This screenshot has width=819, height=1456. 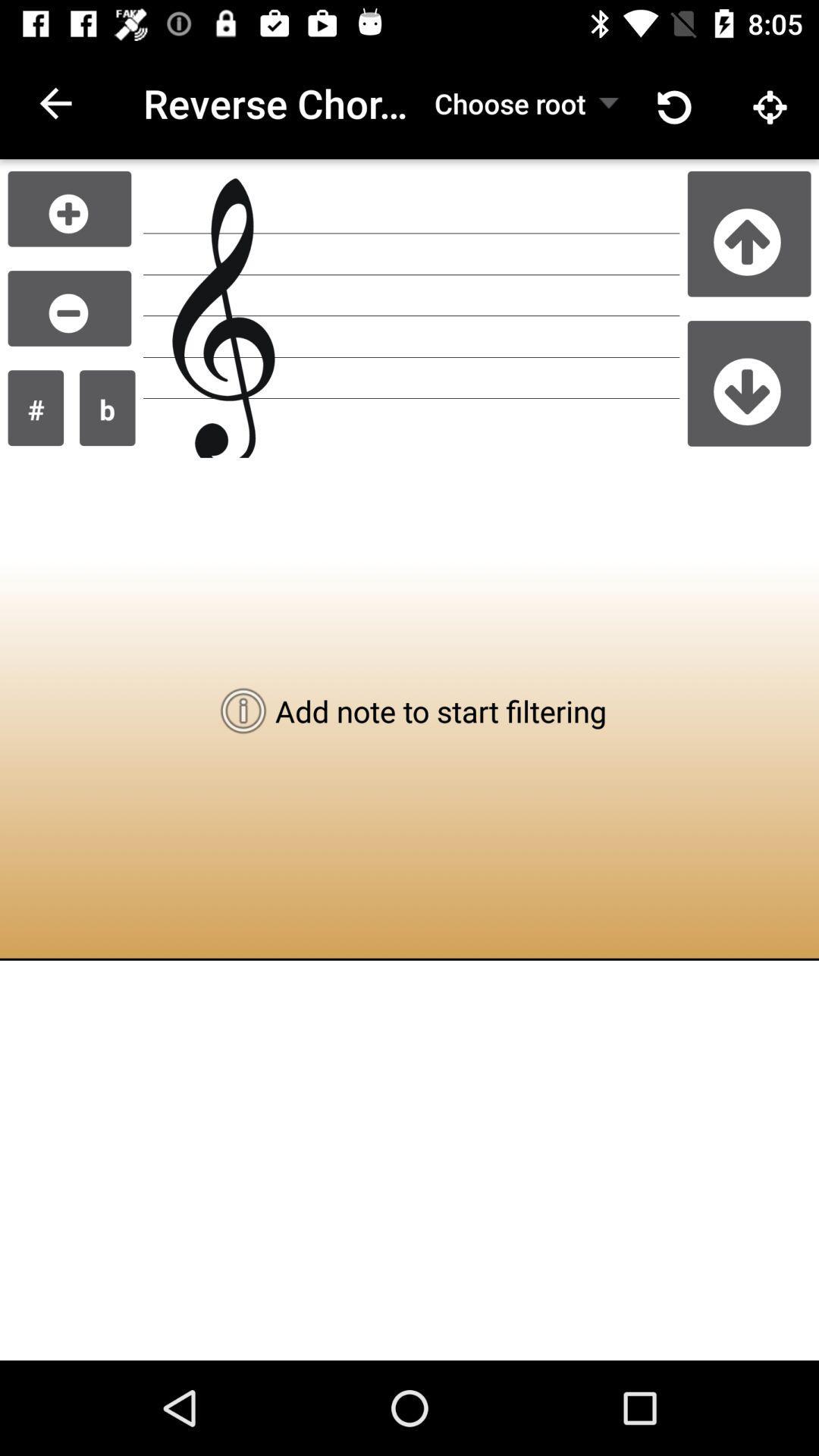 I want to click on b measure to note, so click(x=106, y=408).